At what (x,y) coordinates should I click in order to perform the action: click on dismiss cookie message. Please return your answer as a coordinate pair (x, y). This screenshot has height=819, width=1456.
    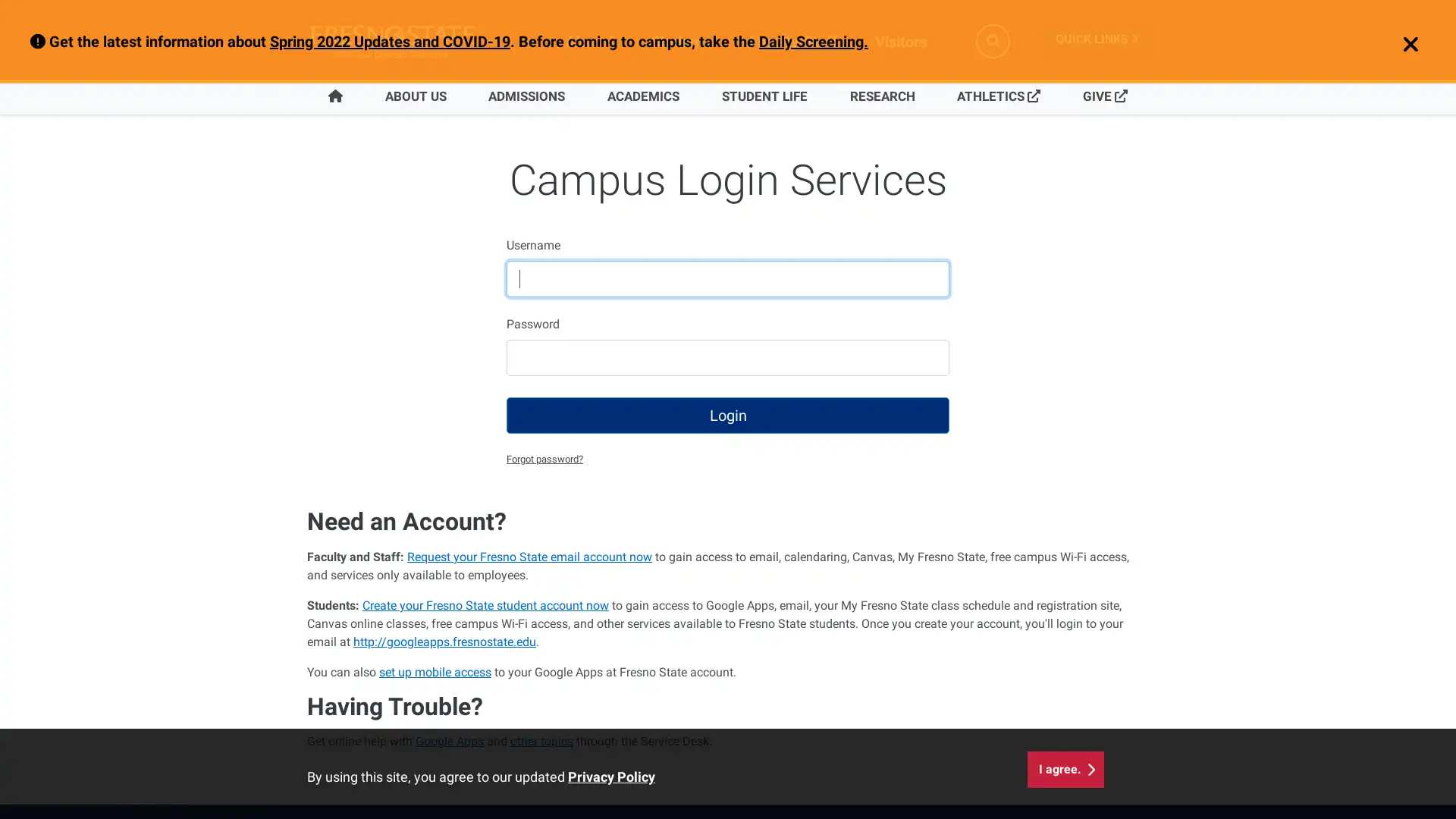
    Looking at the image, I should click on (1065, 763).